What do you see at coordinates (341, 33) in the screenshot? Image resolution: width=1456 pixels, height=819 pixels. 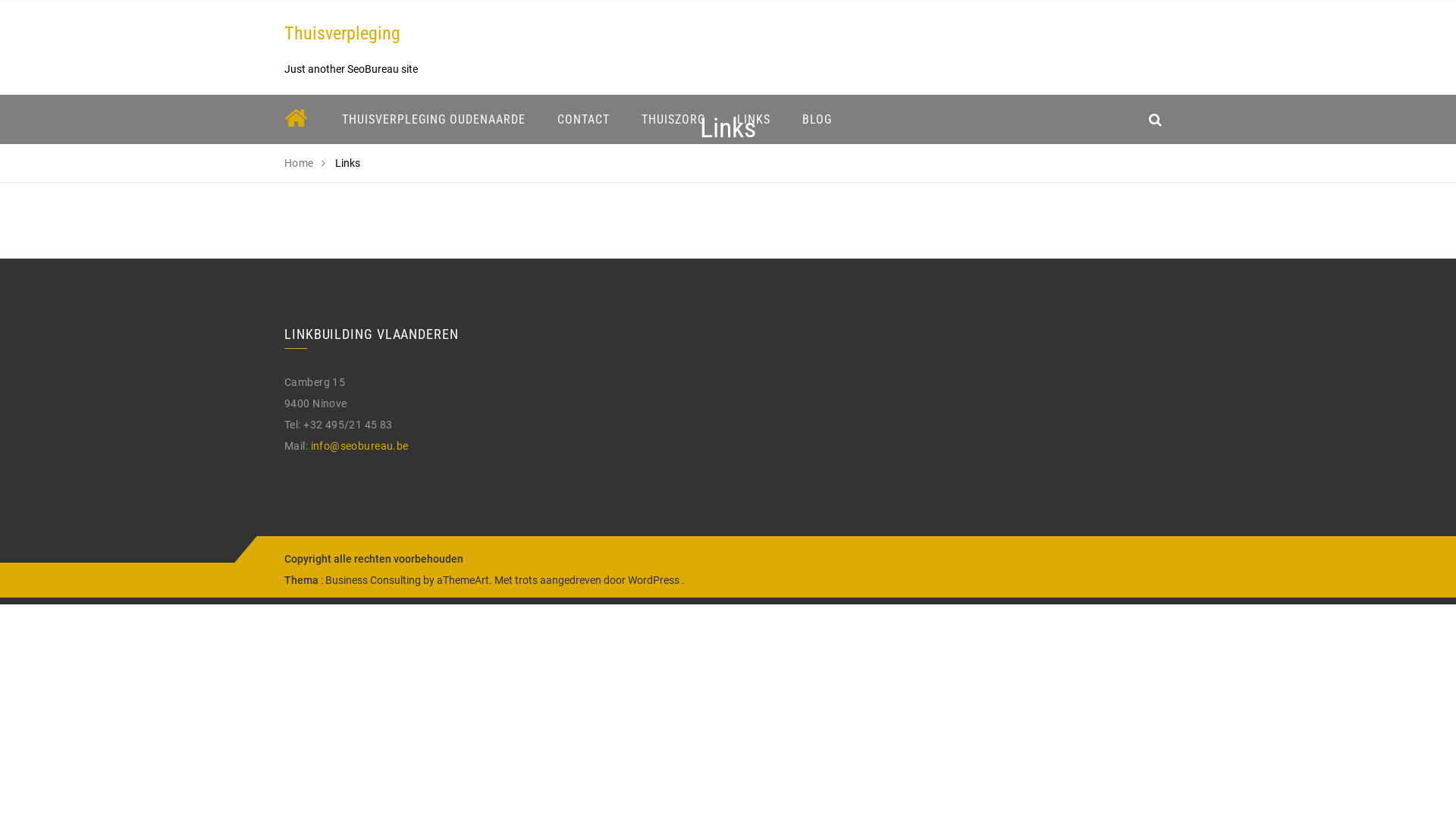 I see `'Thuisverpleging'` at bounding box center [341, 33].